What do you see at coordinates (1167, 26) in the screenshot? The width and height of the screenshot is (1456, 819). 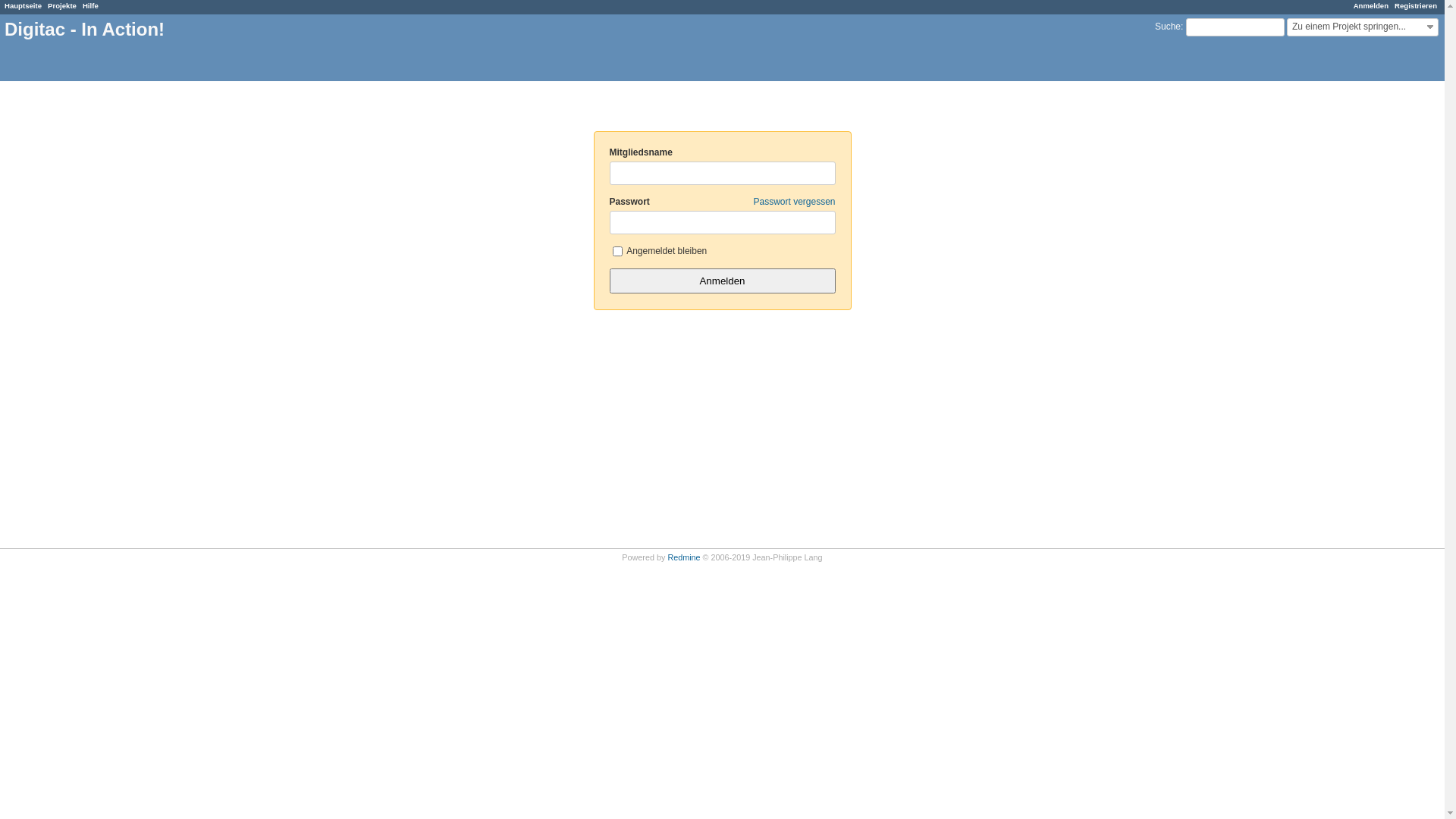 I see `'Suche'` at bounding box center [1167, 26].